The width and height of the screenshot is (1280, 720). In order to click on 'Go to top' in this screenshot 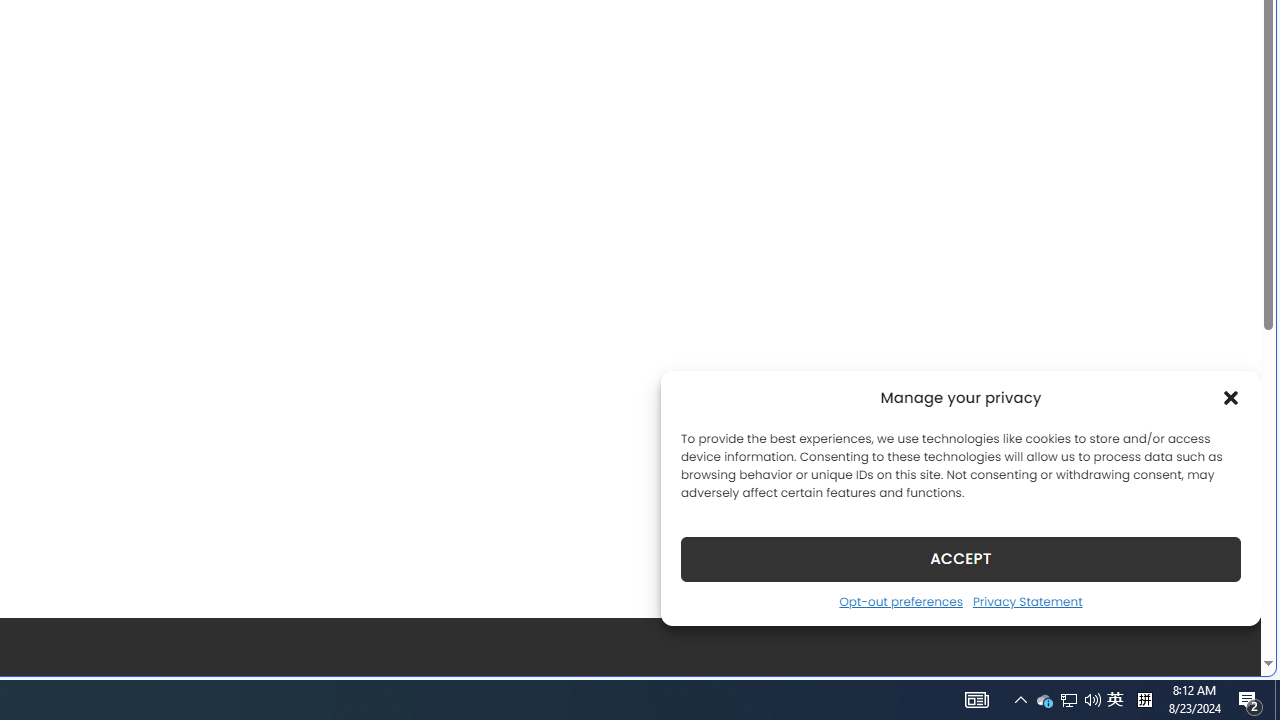, I will do `click(1219, 648)`.